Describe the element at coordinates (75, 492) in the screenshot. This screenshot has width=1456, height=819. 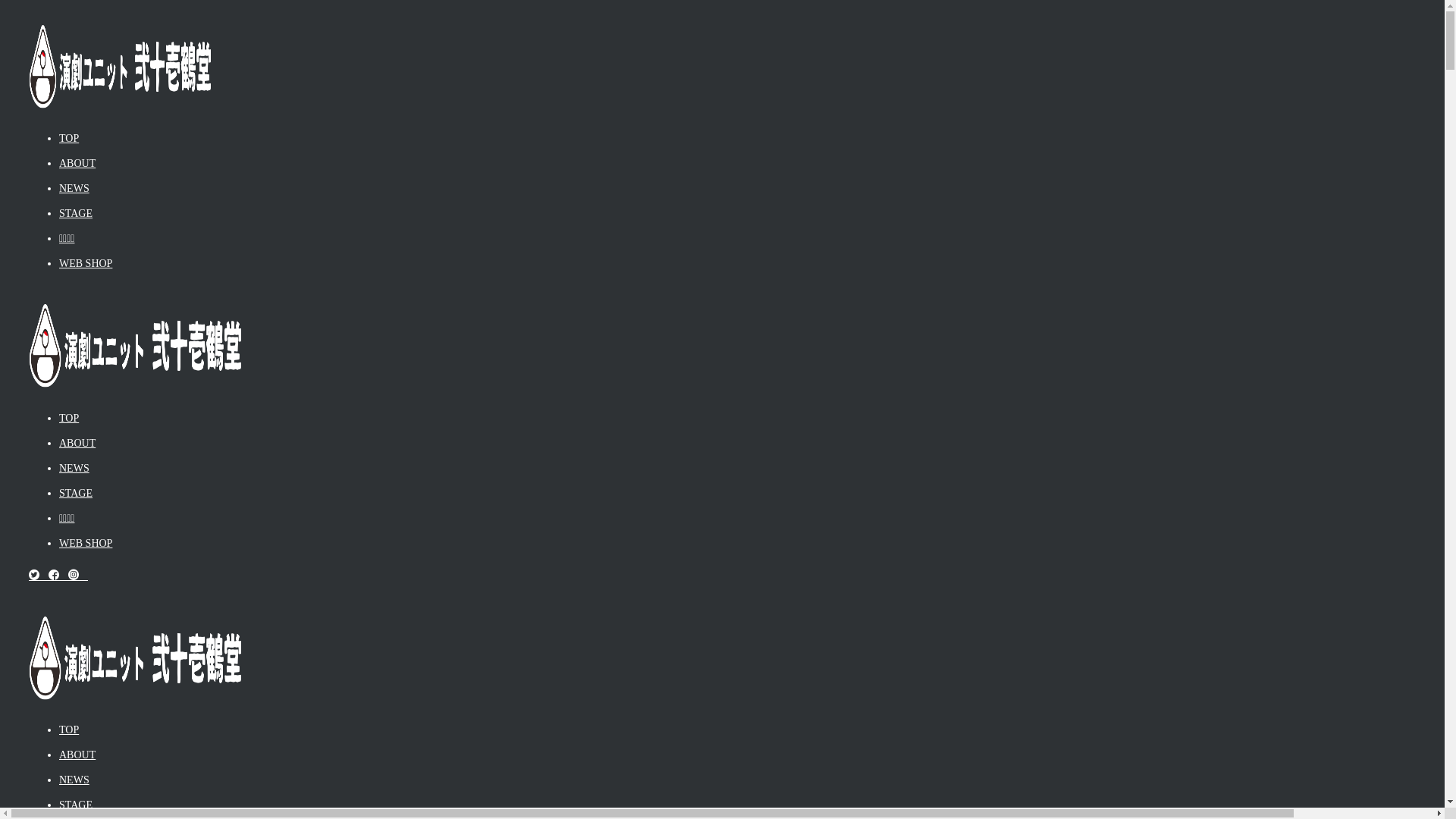
I see `'STAGE'` at that location.